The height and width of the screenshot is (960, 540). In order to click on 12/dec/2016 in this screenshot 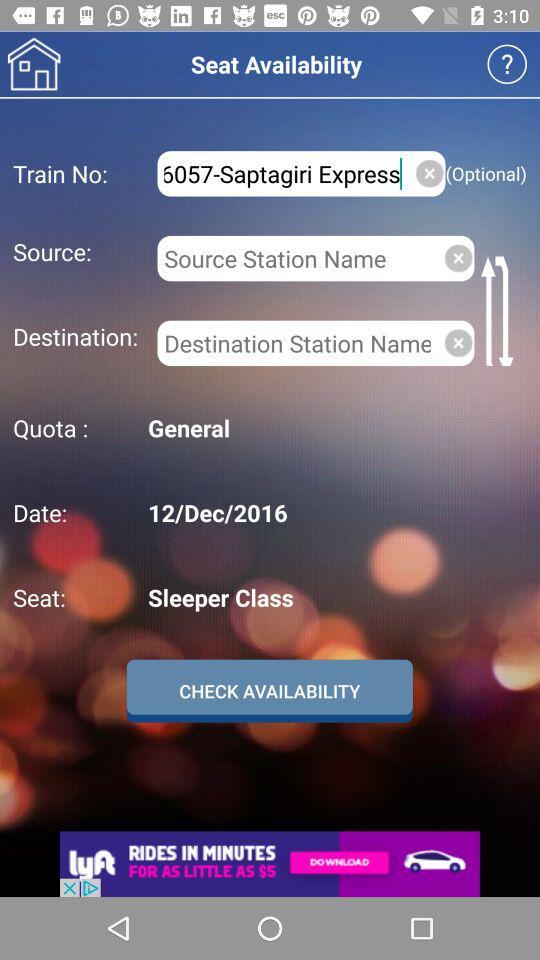, I will do `click(334, 511)`.